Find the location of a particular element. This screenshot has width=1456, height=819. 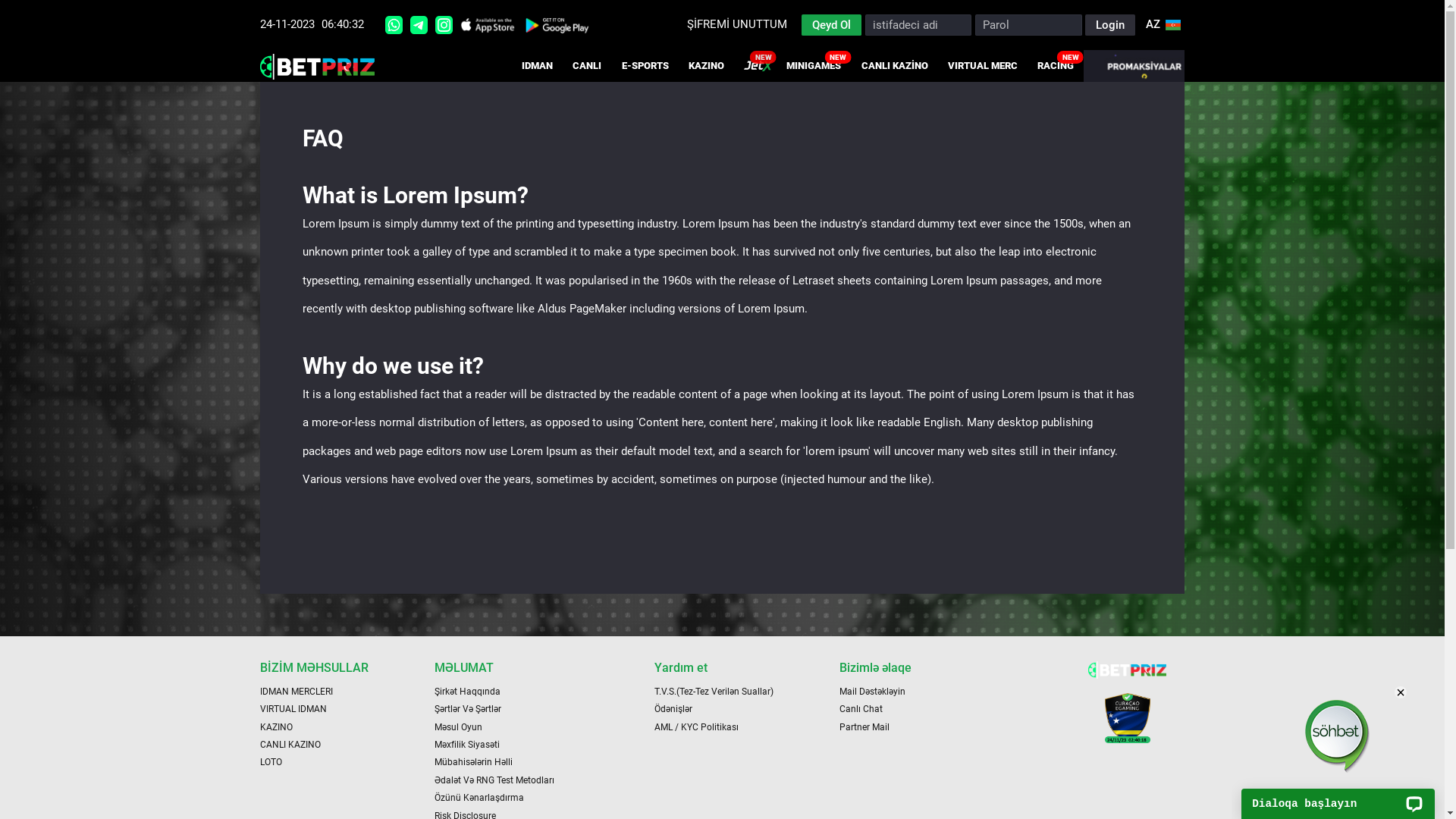

'IDMAN MERCLERI' is located at coordinates (296, 691).